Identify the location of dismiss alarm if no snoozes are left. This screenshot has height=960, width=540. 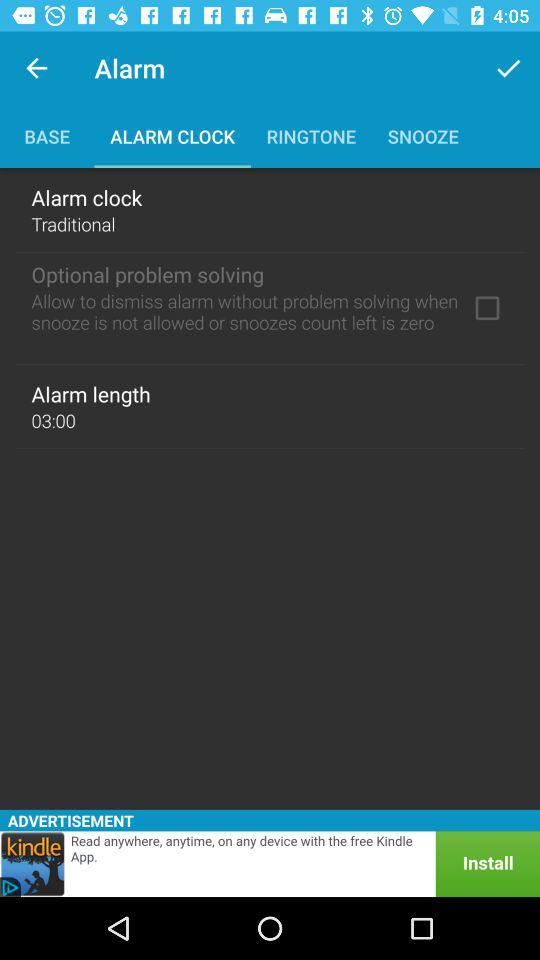
(486, 308).